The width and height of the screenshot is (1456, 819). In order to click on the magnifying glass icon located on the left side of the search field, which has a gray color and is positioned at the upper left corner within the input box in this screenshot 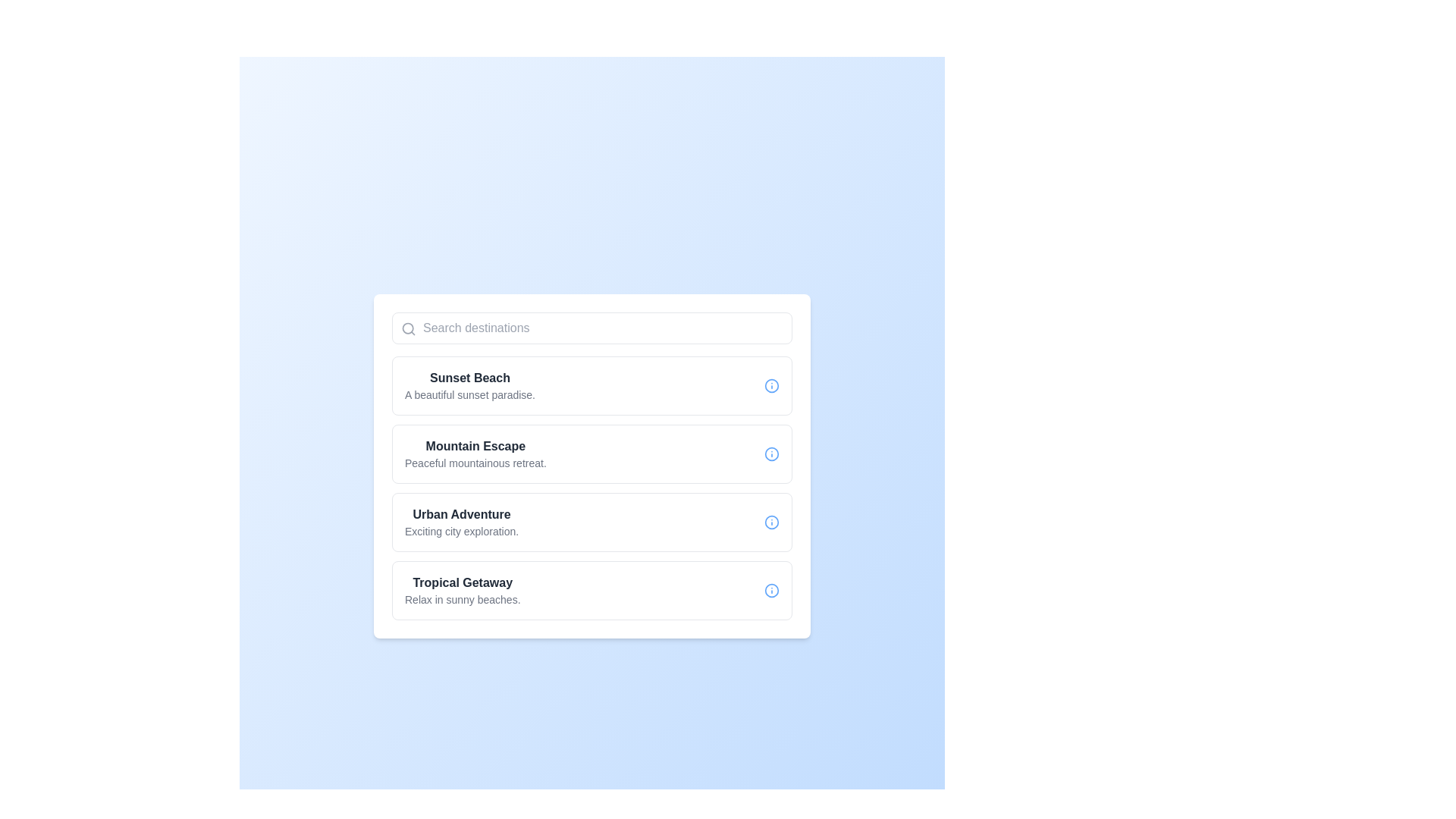, I will do `click(408, 328)`.